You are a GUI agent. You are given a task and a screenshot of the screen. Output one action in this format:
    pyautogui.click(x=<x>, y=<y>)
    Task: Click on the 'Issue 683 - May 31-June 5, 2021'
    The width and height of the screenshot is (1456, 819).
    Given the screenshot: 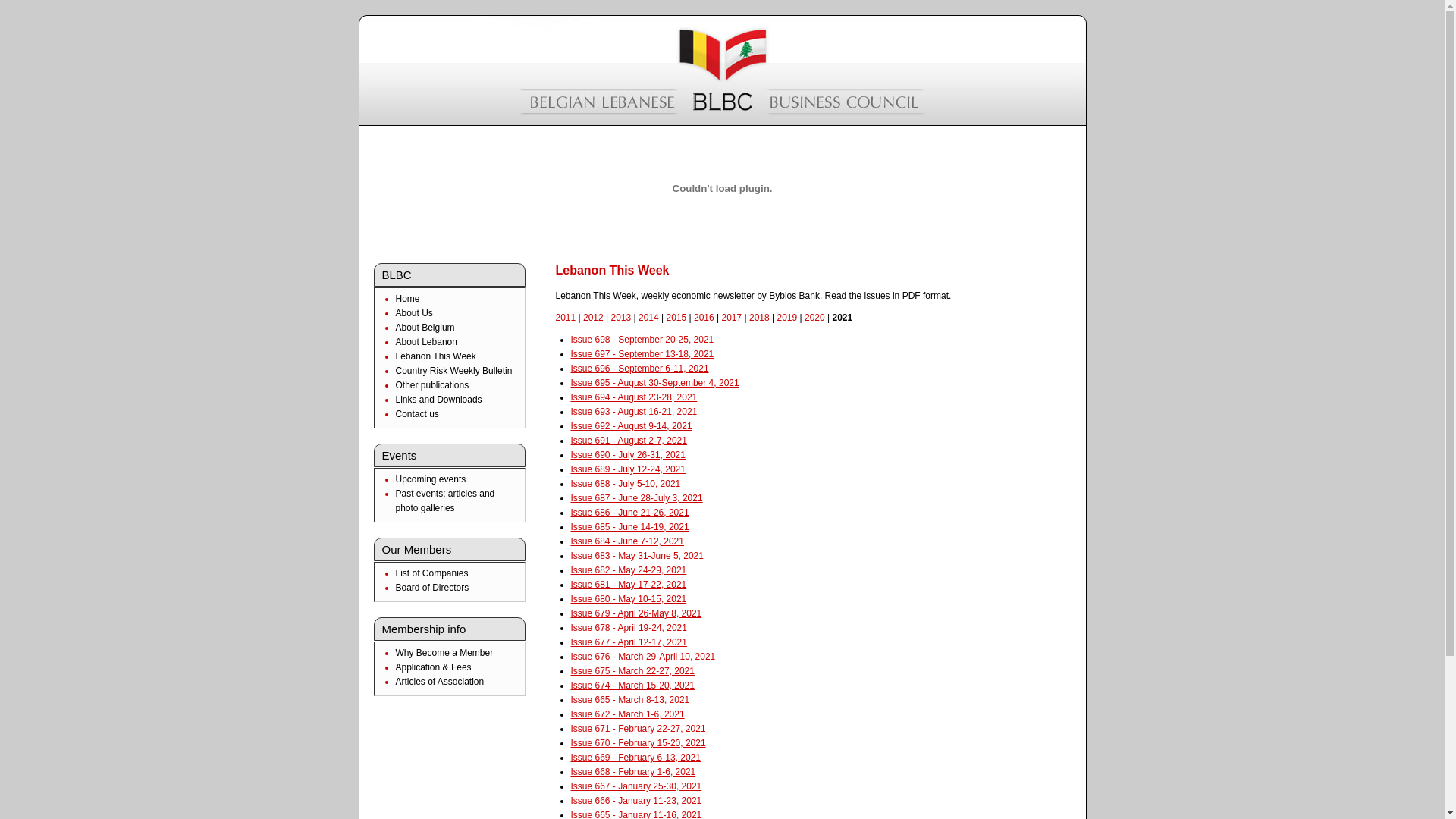 What is the action you would take?
    pyautogui.click(x=636, y=555)
    